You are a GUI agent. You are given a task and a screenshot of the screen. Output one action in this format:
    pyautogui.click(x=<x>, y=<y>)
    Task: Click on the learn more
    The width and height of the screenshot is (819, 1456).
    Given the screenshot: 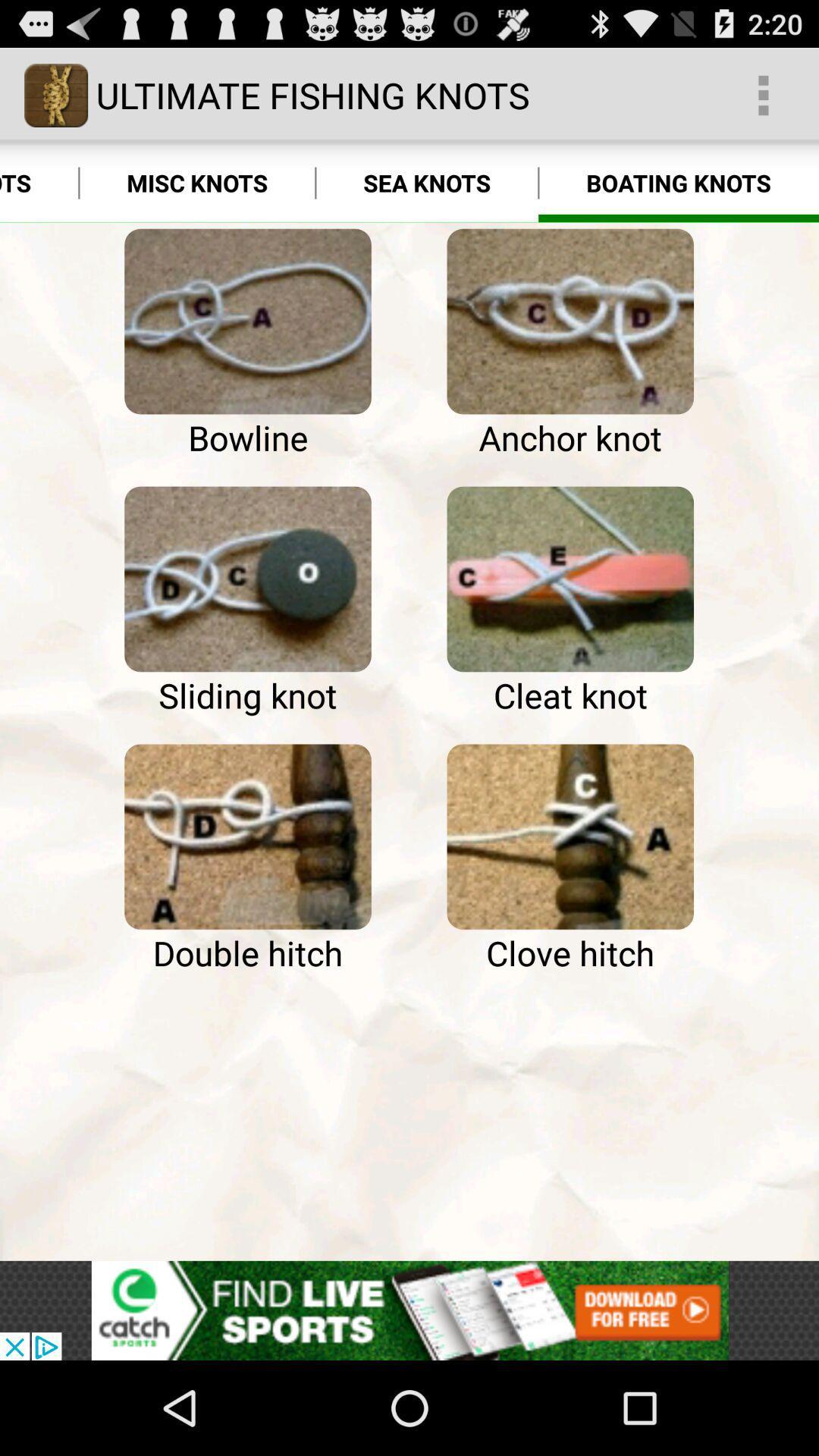 What is the action you would take?
    pyautogui.click(x=570, y=578)
    